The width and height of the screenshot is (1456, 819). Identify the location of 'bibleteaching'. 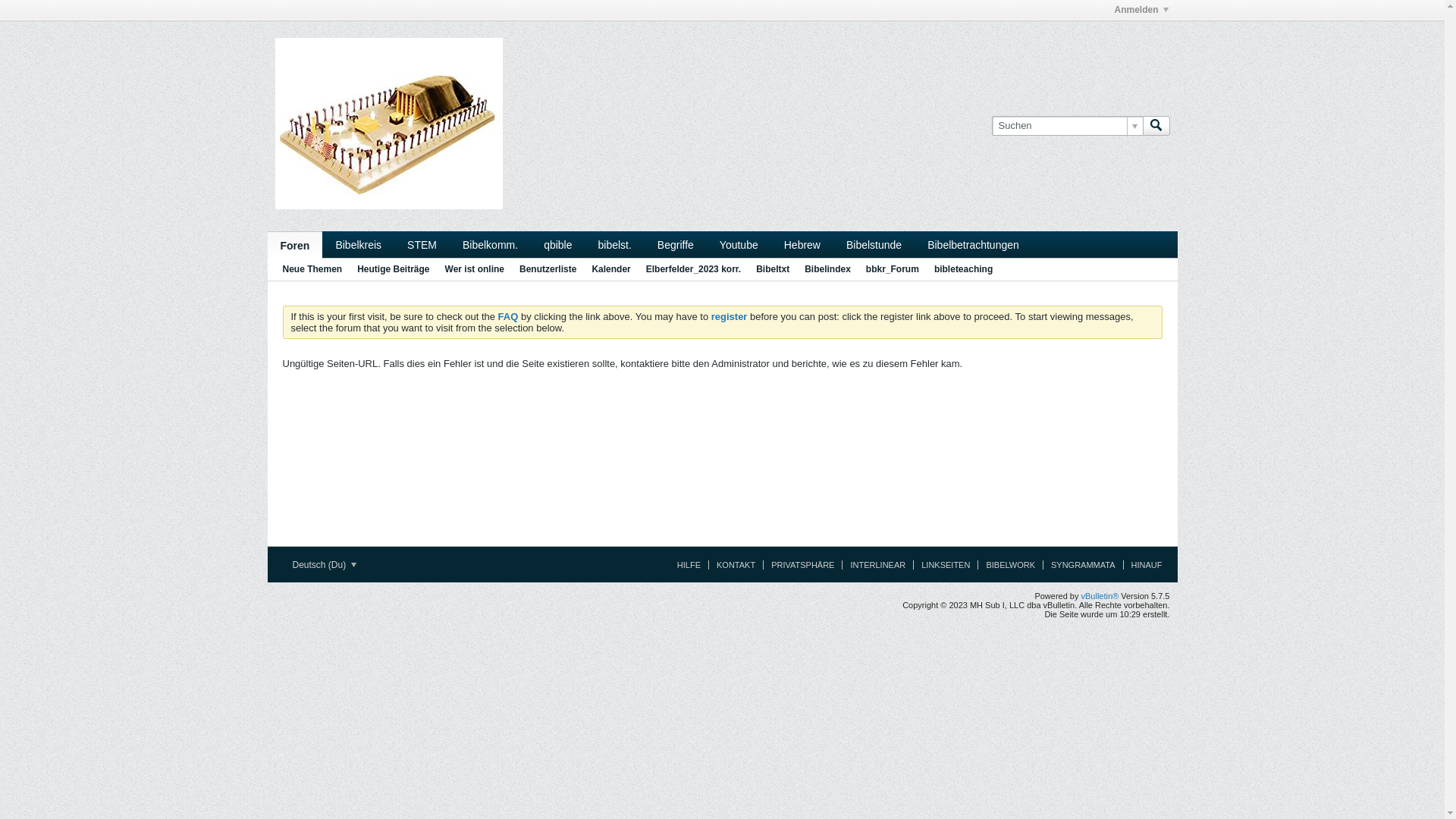
(934, 268).